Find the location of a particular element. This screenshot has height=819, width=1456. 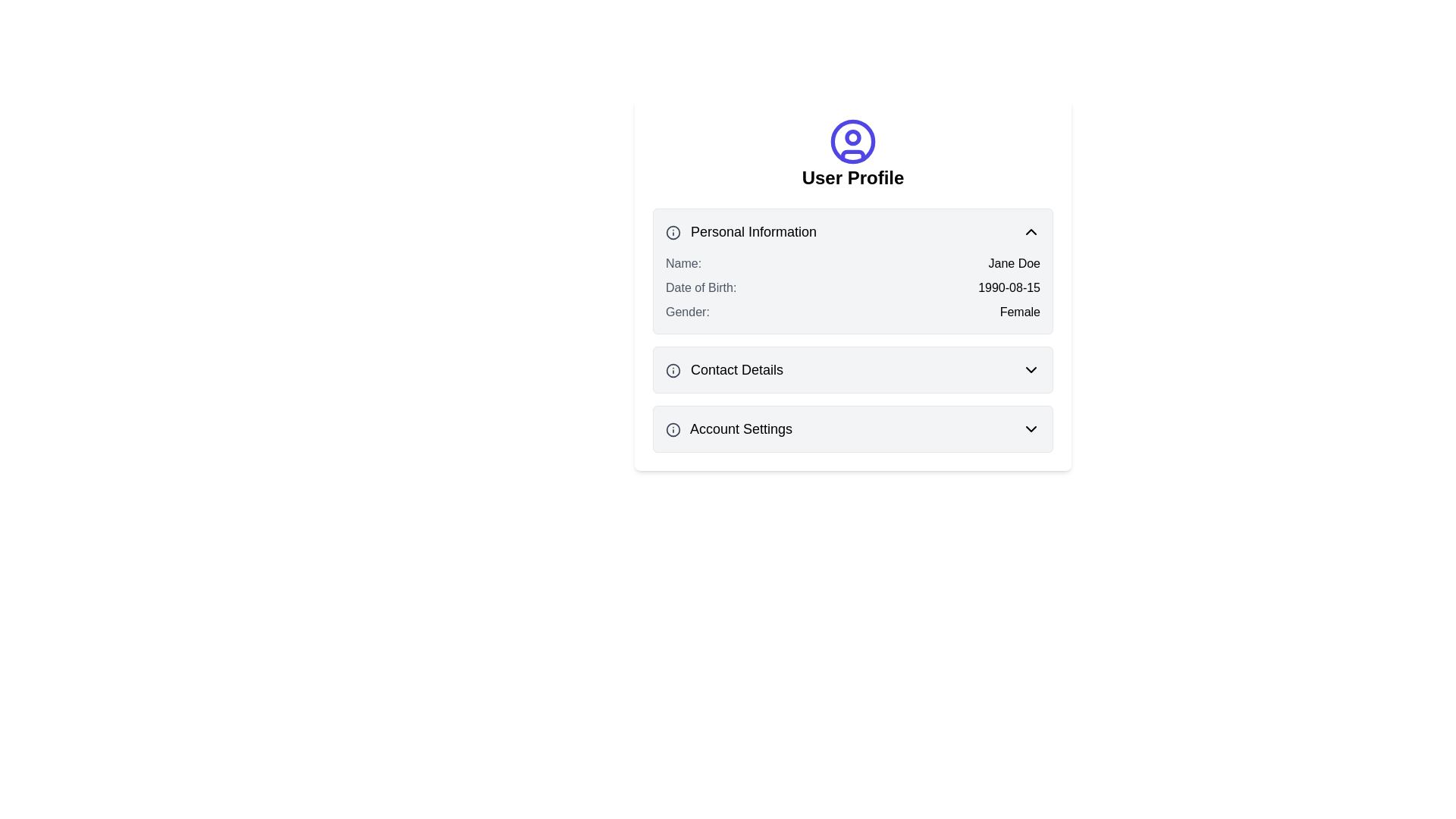

the small circular informational icon with a stylized 'i' symbol located at the leftmost side of the 'Personal Information' header, adjacent to the accompanying text label is located at coordinates (673, 233).